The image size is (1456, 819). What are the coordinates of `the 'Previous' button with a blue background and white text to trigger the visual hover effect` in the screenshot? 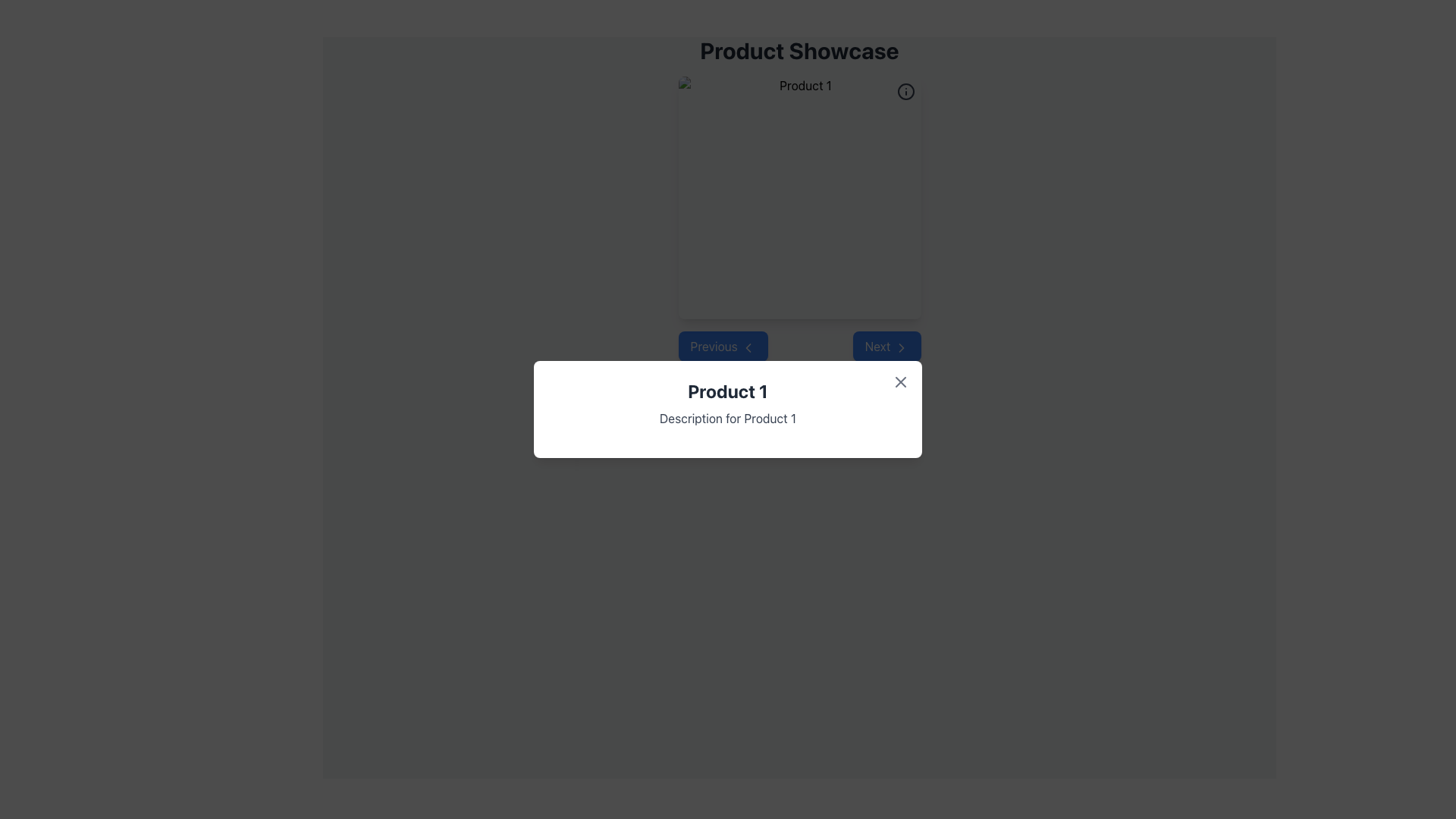 It's located at (722, 346).